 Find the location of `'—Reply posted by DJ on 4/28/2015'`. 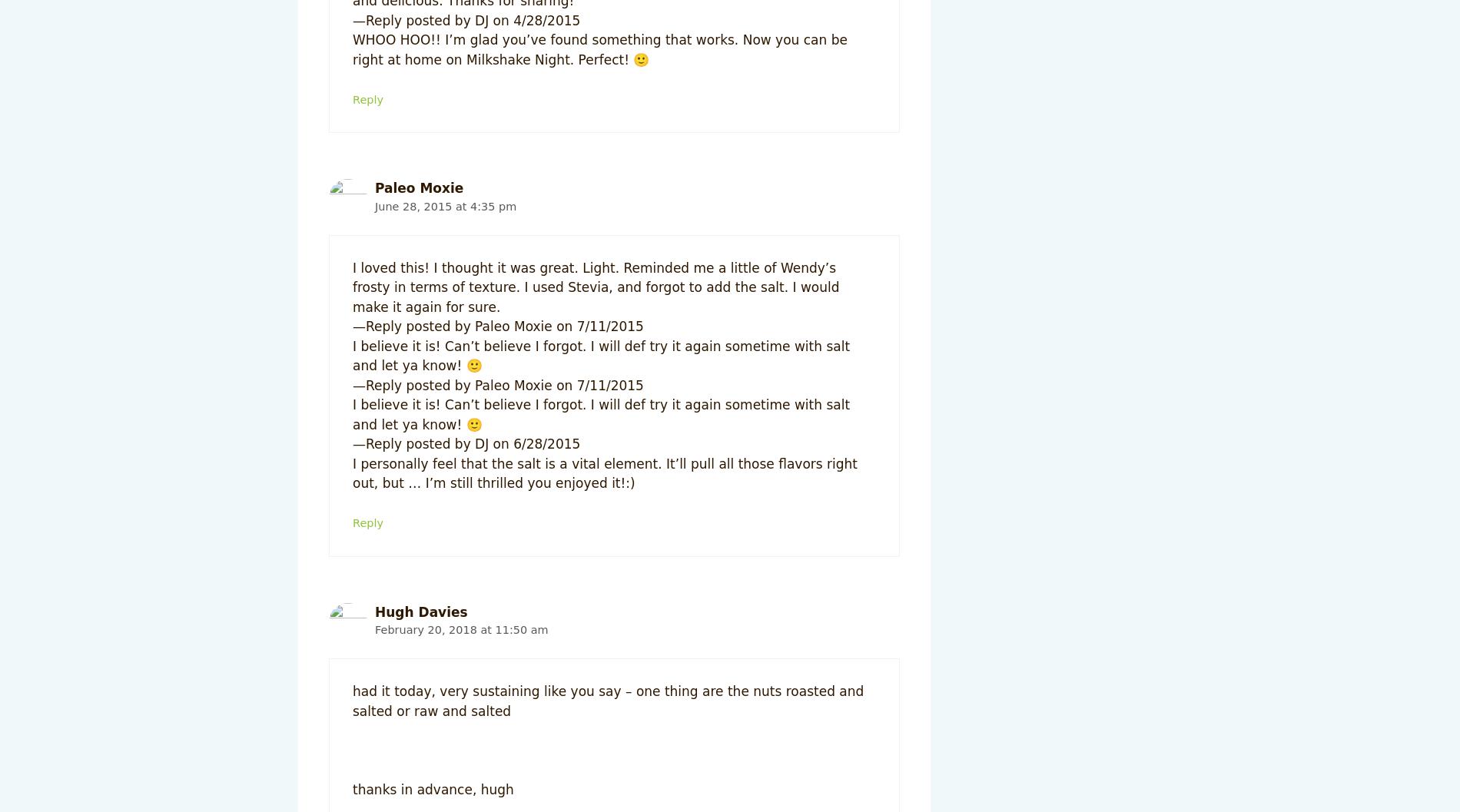

'—Reply posted by DJ on 4/28/2015' is located at coordinates (466, 20).